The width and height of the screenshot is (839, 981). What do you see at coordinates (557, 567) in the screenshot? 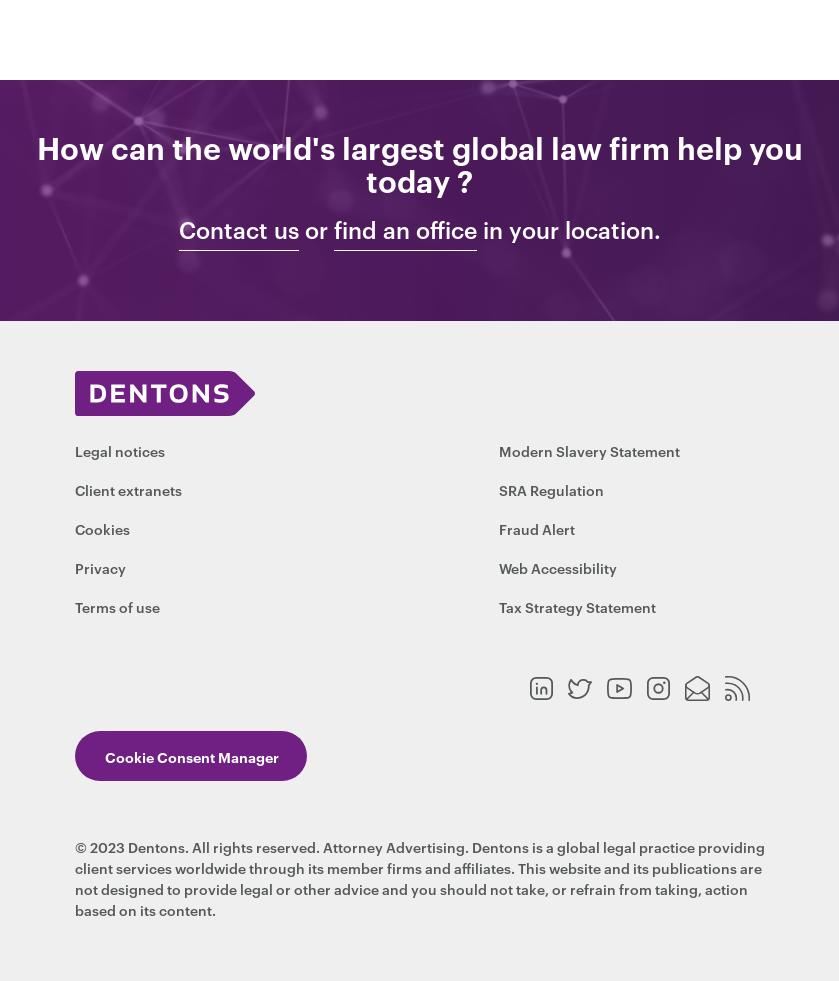
I see `'Web Accessibility'` at bounding box center [557, 567].